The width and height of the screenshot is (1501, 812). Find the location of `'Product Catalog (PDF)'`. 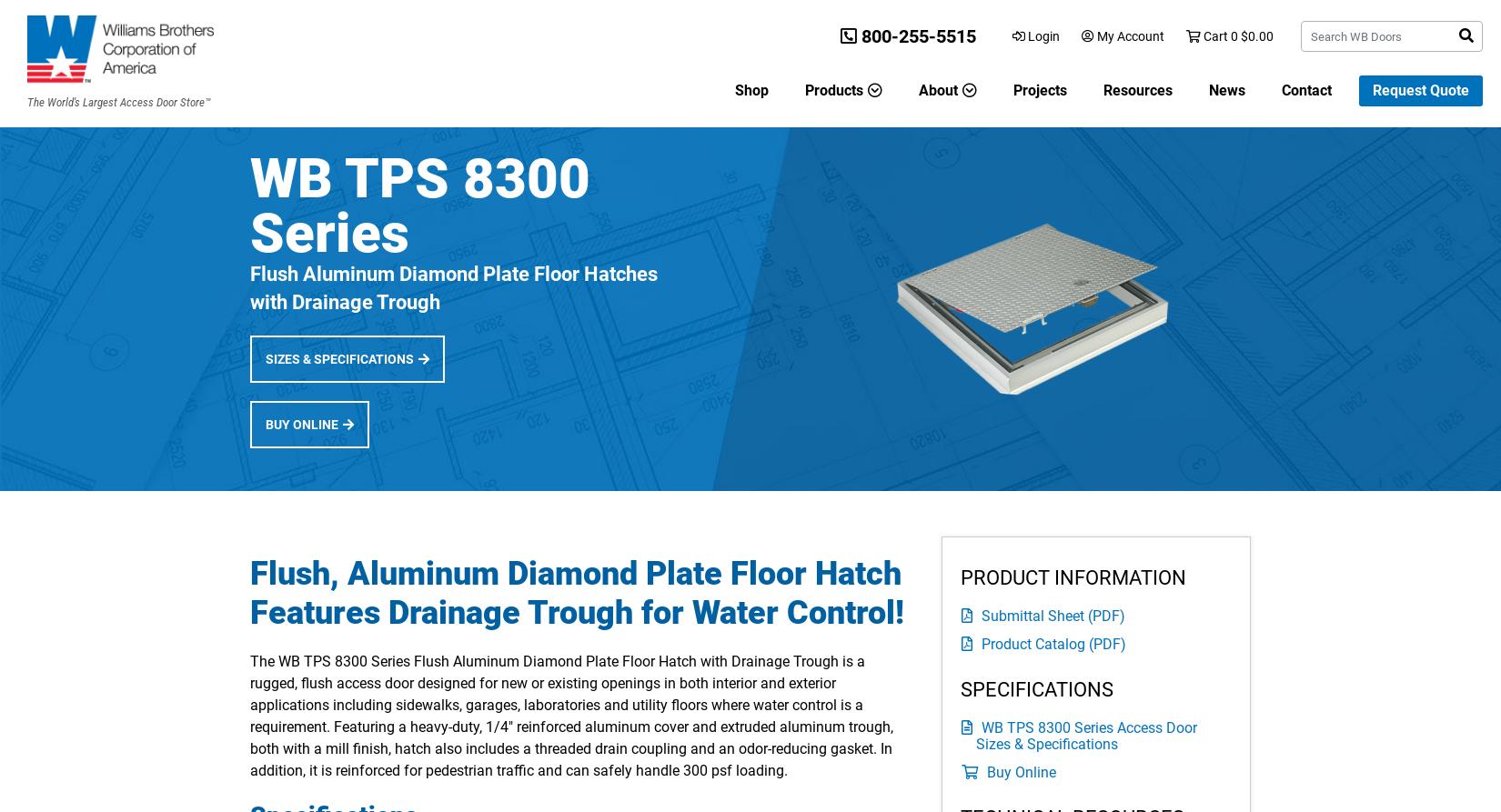

'Product Catalog (PDF)' is located at coordinates (1053, 643).